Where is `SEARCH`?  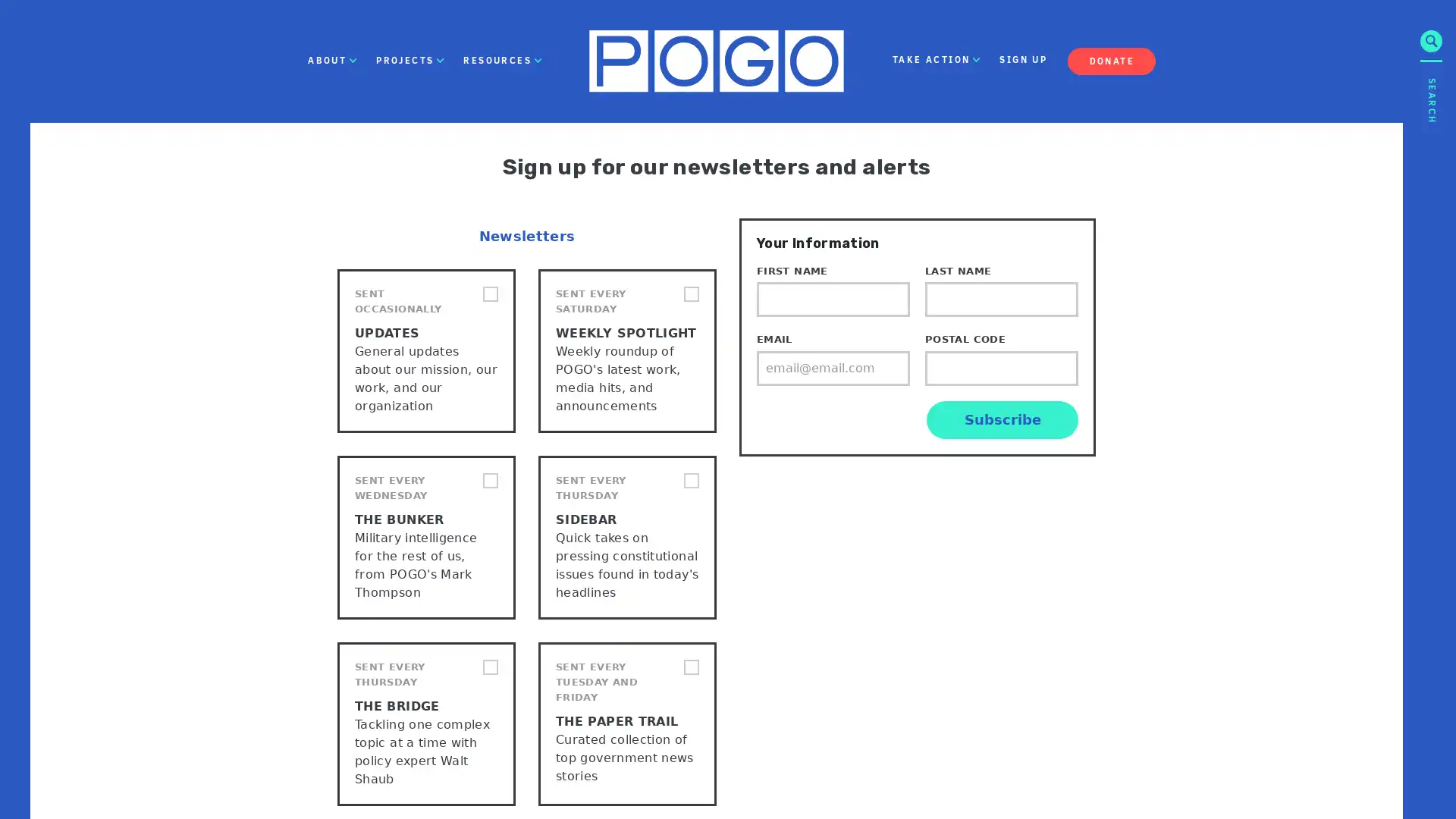 SEARCH is located at coordinates (1430, 208).